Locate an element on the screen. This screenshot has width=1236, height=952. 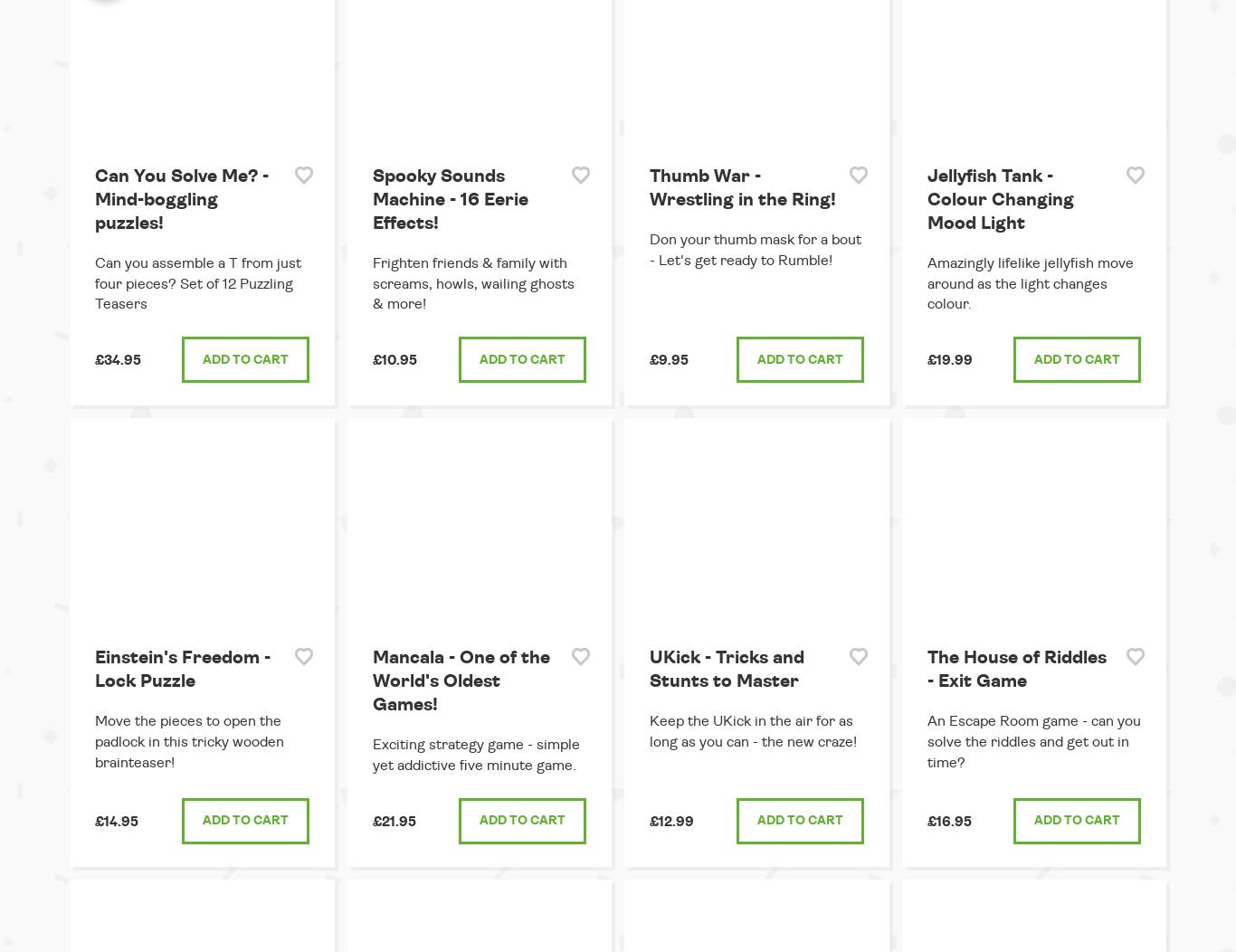
'An Escape Room game - can you solve the riddles and get out in time?' is located at coordinates (1032, 741).